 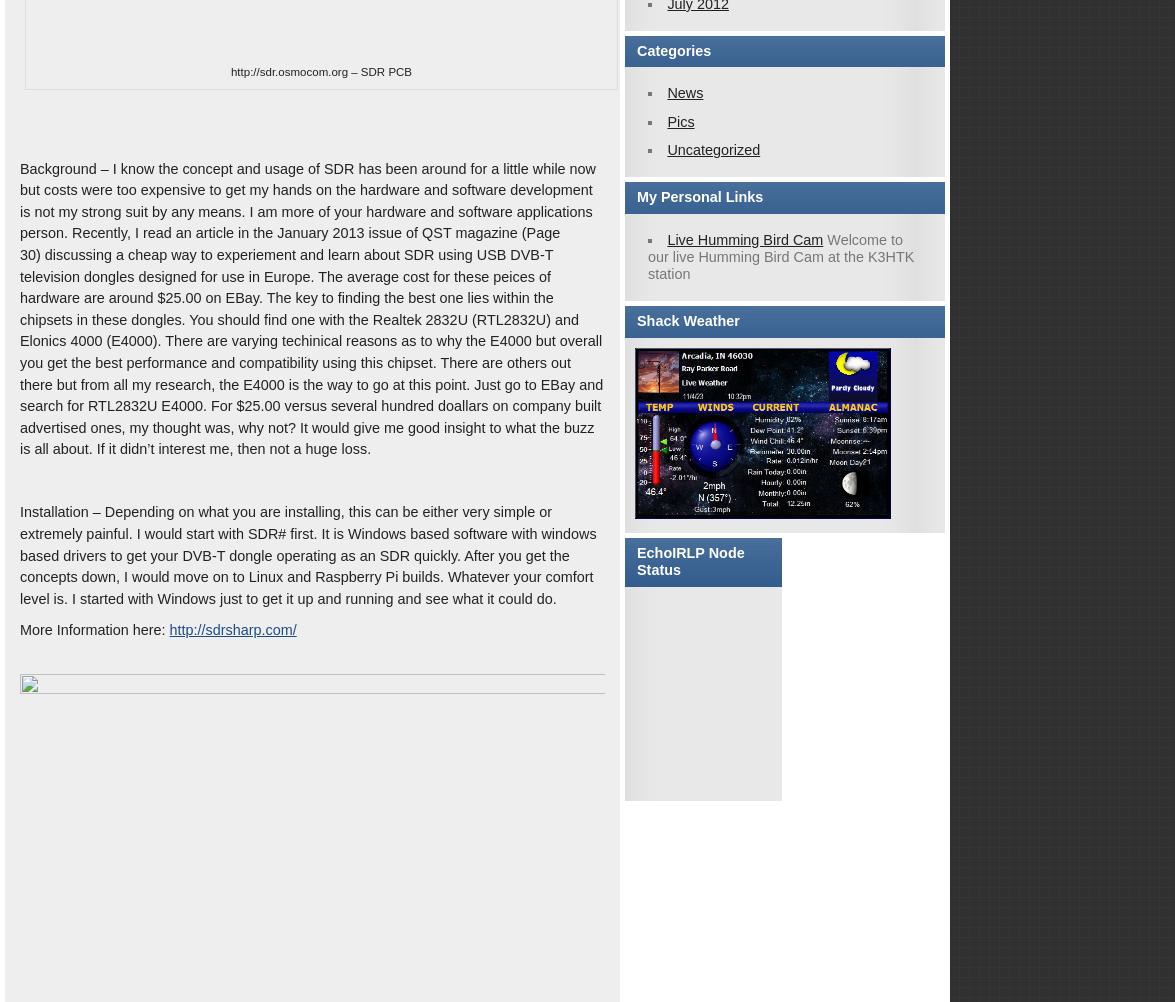 What do you see at coordinates (666, 120) in the screenshot?
I see `'Pics'` at bounding box center [666, 120].